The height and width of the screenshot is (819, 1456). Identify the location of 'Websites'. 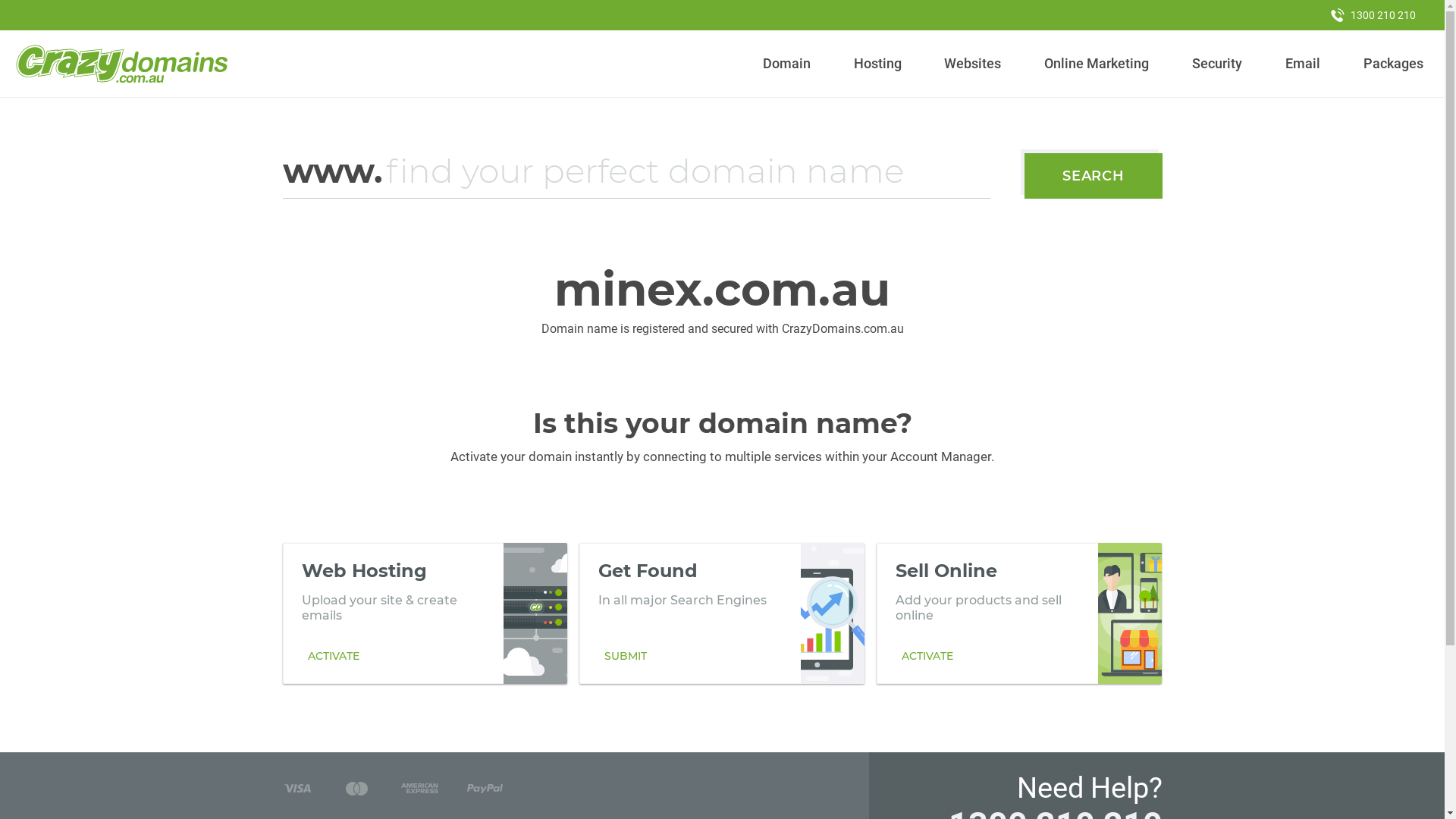
(972, 63).